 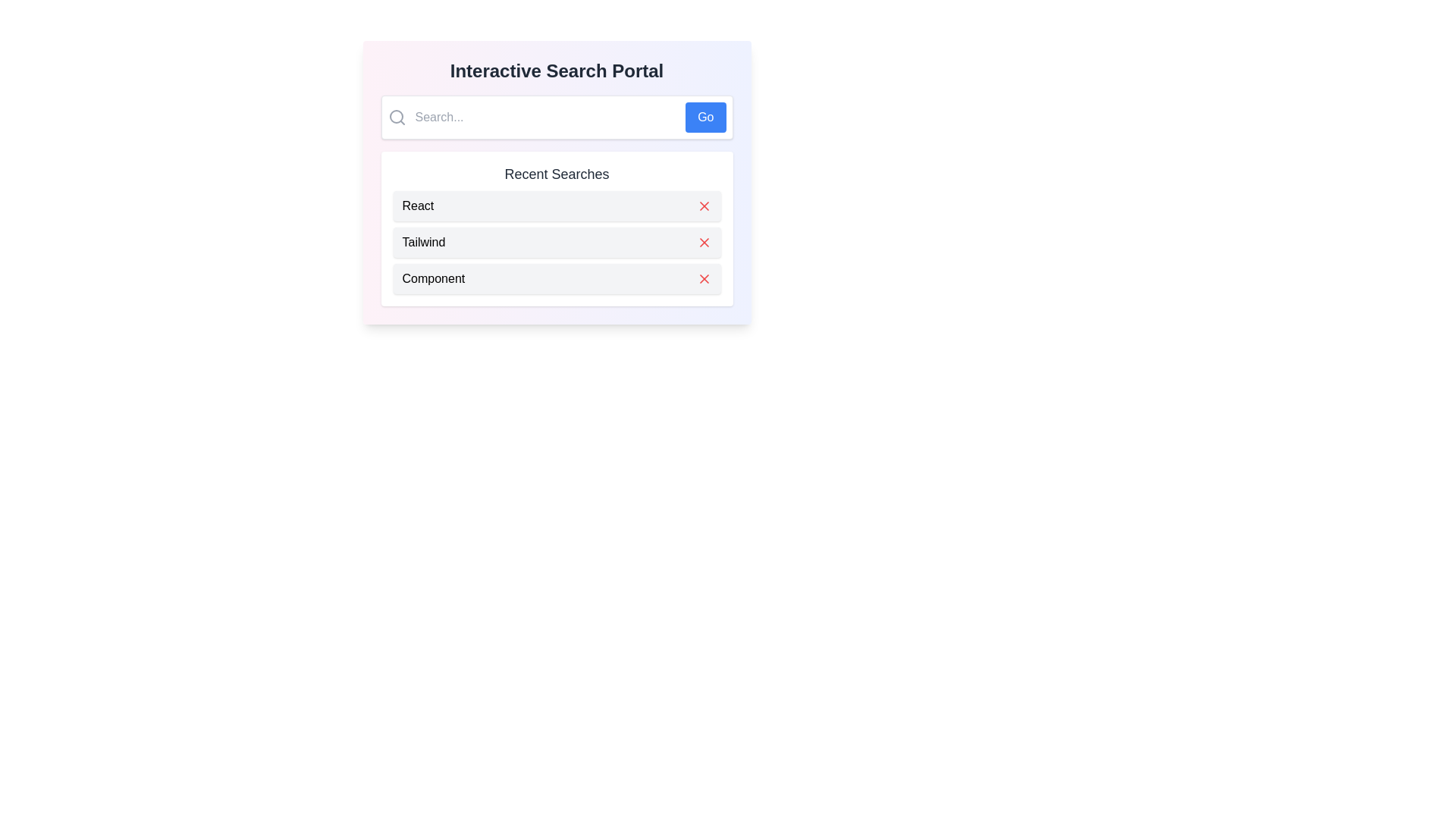 I want to click on the submit button located to the right of the 'Search...' text input field to enable keyboard interaction, so click(x=704, y=116).